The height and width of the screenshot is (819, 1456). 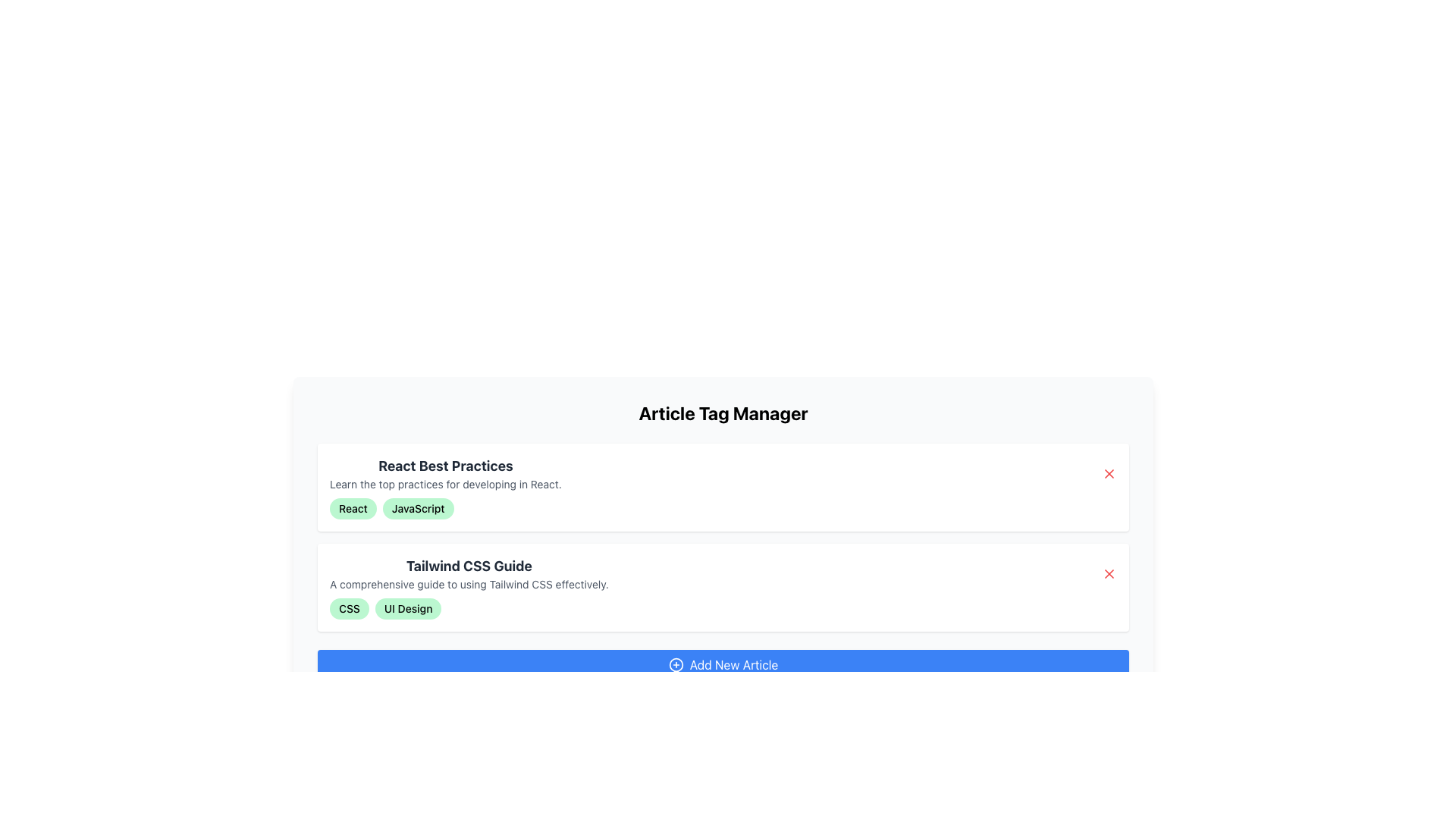 What do you see at coordinates (352, 509) in the screenshot?
I see `the non-interactive badge indicating 'React' located in the top-left portion of the badges under 'React Best Practices.'` at bounding box center [352, 509].